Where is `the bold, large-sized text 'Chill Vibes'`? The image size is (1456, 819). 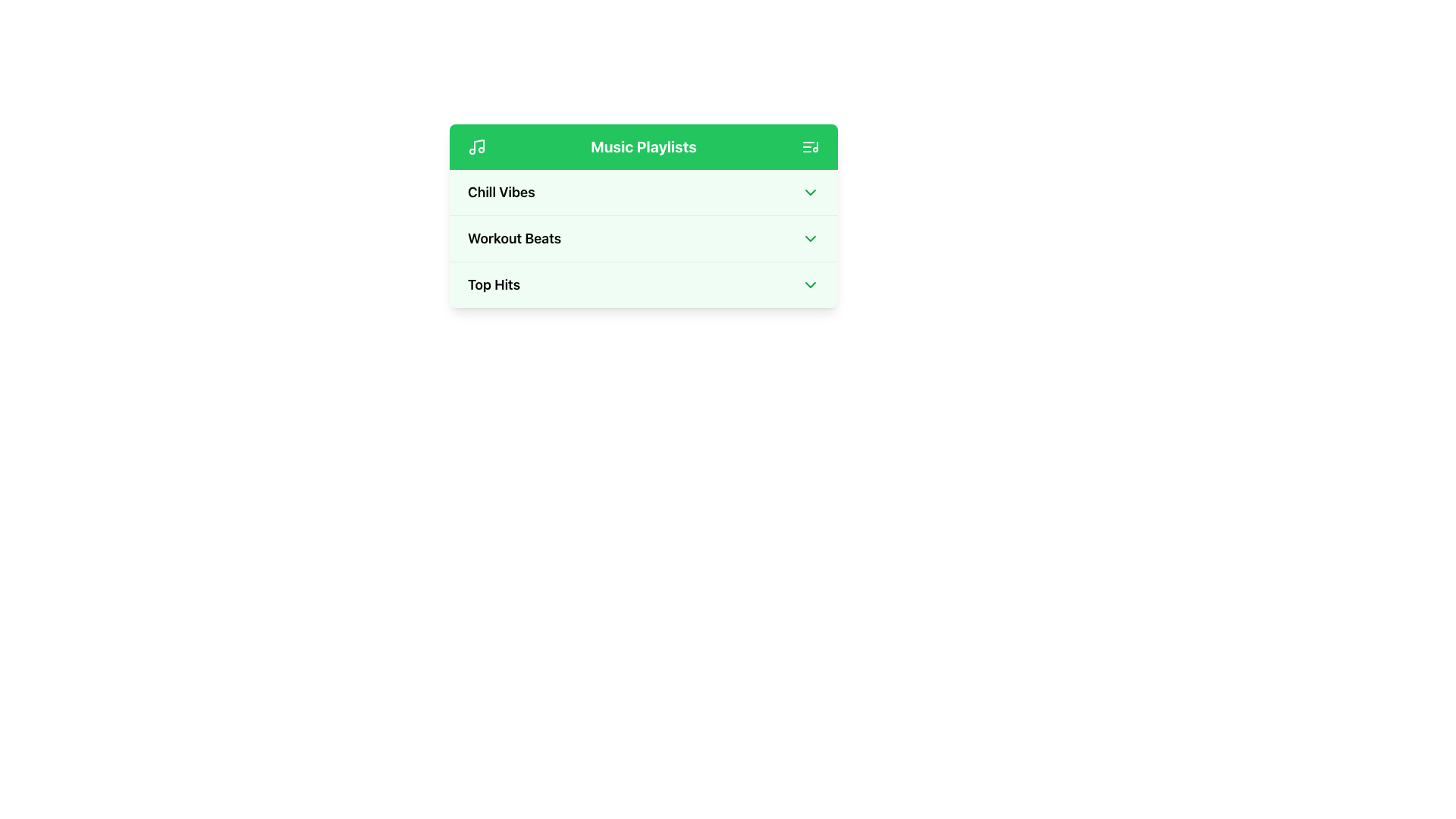 the bold, large-sized text 'Chill Vibes' is located at coordinates (501, 192).